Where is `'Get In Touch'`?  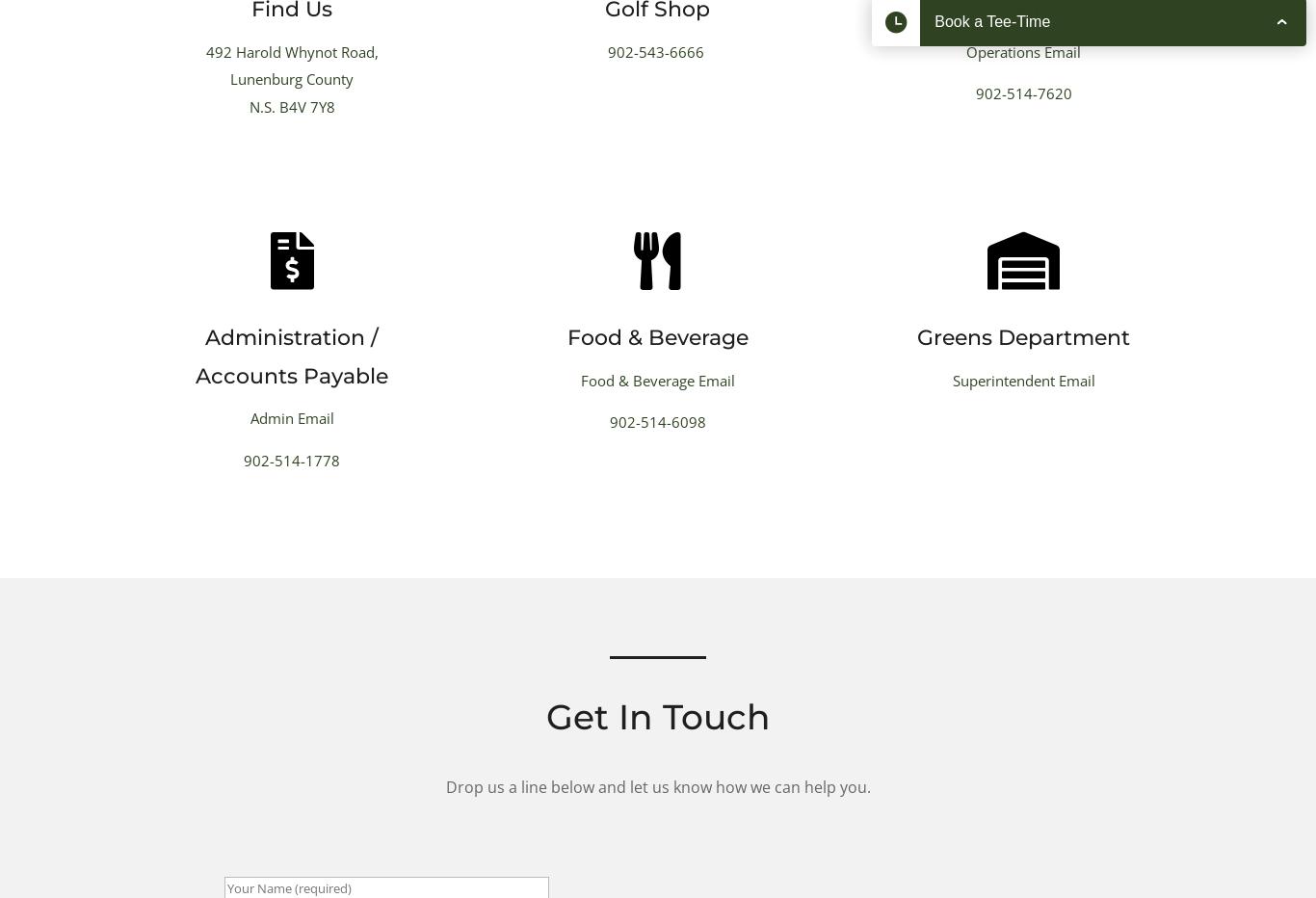
'Get In Touch' is located at coordinates (656, 716).